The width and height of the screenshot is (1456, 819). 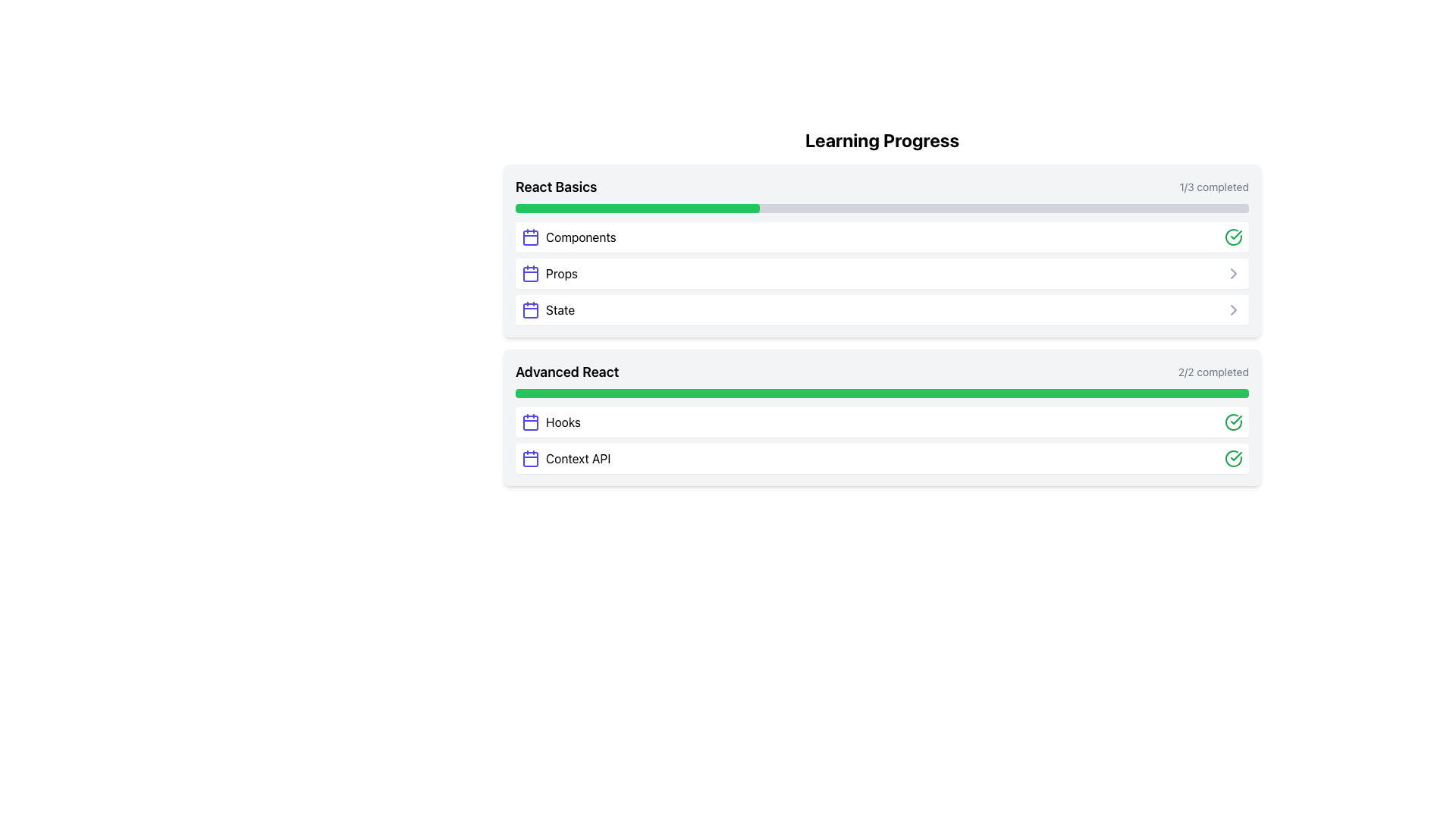 What do you see at coordinates (555, 186) in the screenshot?
I see `text content of the 'React Basics' title label located at the top-left corner of the first section, which is near the green progress bar` at bounding box center [555, 186].